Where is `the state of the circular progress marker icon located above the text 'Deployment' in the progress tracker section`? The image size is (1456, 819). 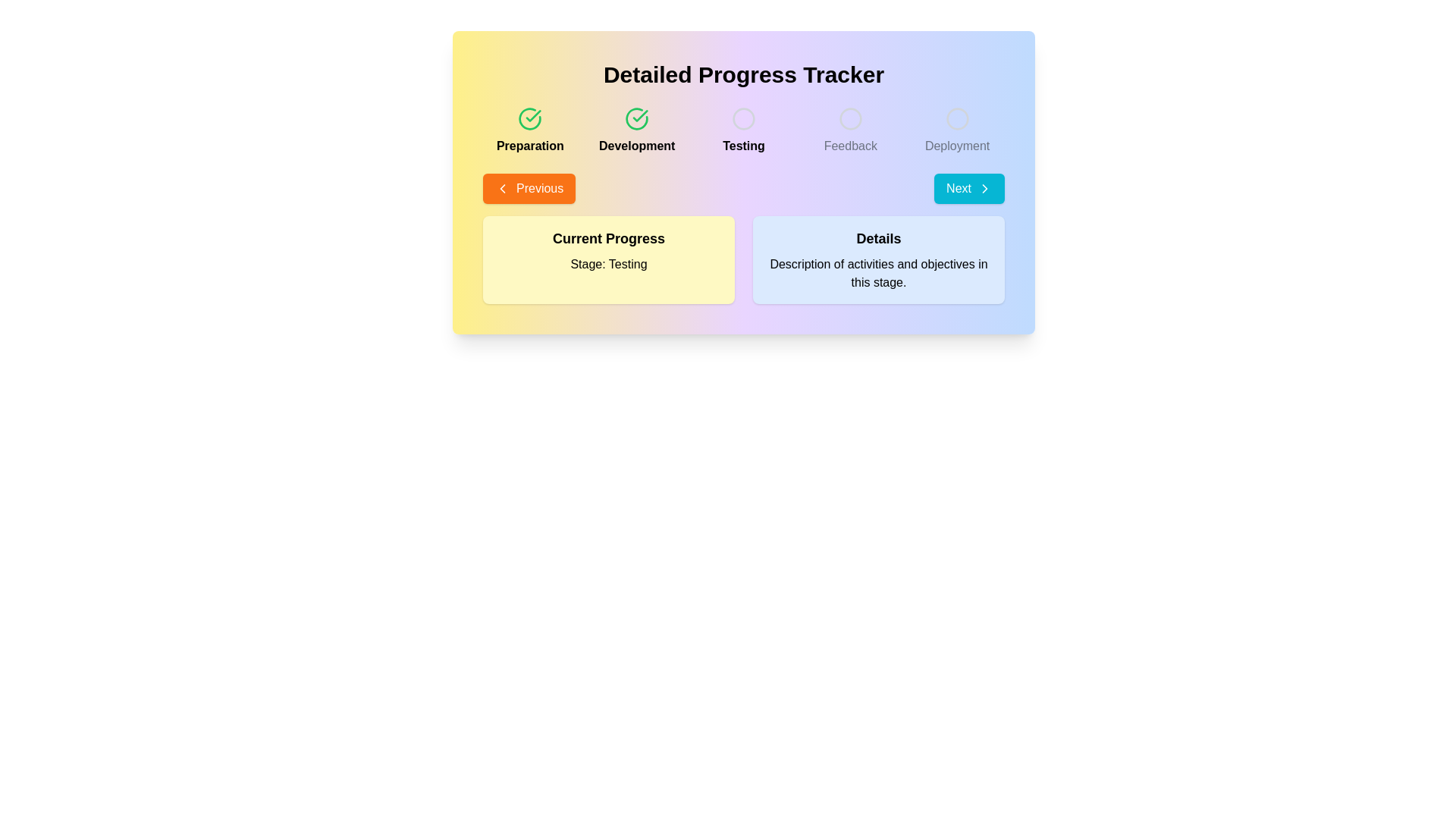 the state of the circular progress marker icon located above the text 'Deployment' in the progress tracker section is located at coordinates (956, 118).